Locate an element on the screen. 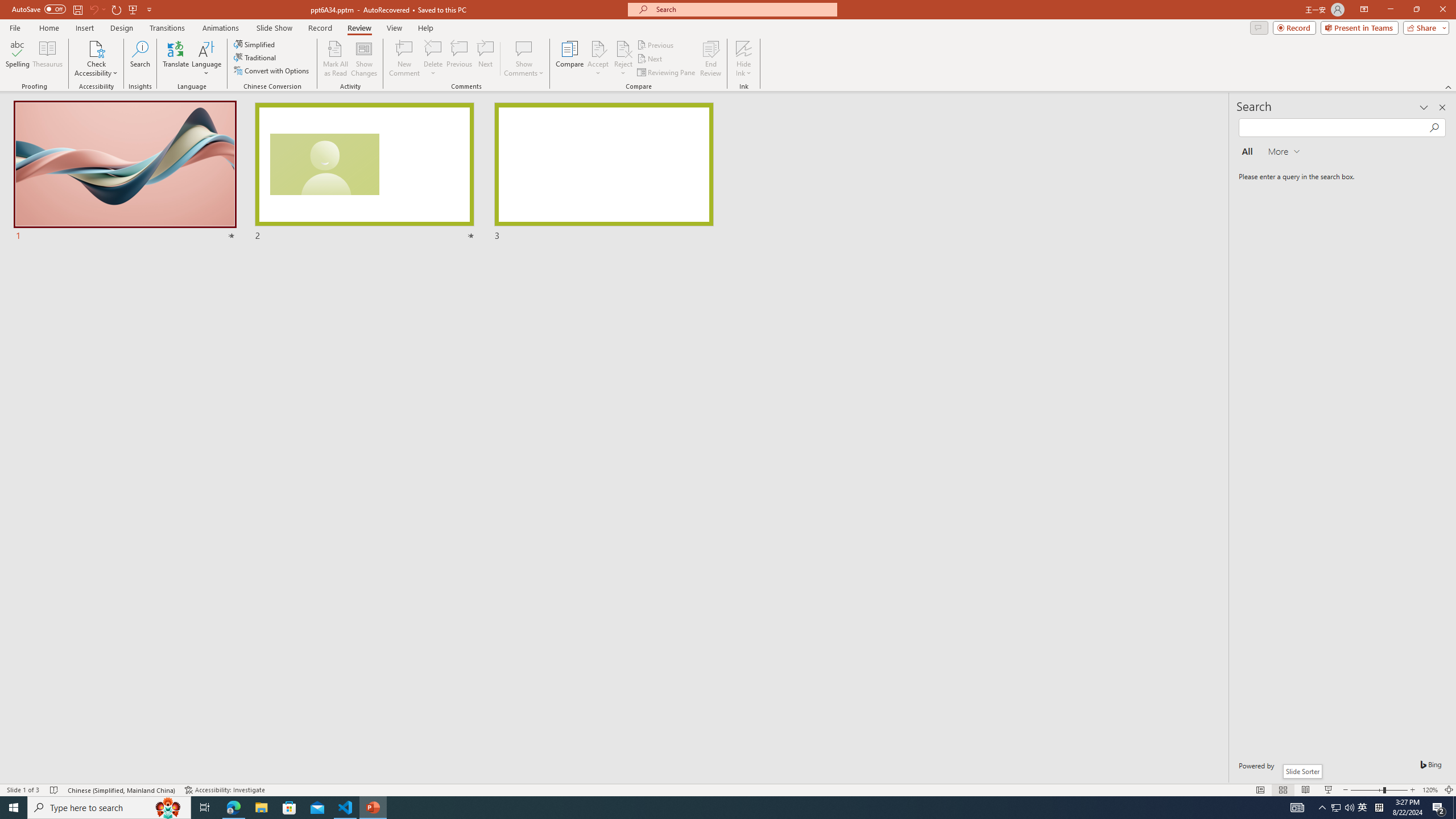 The image size is (1456, 819). 'Transitions' is located at coordinates (167, 28).